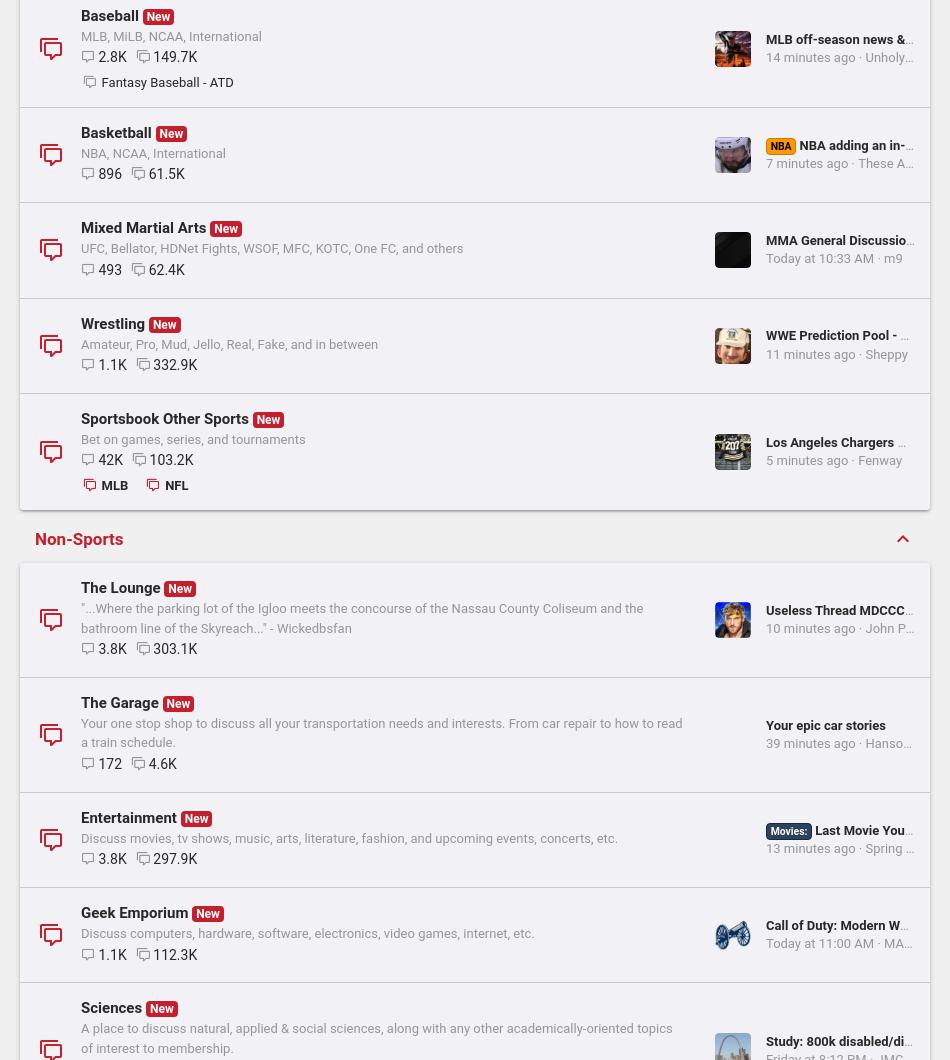 The height and width of the screenshot is (1060, 950). I want to click on '3.5K', so click(98, 975).